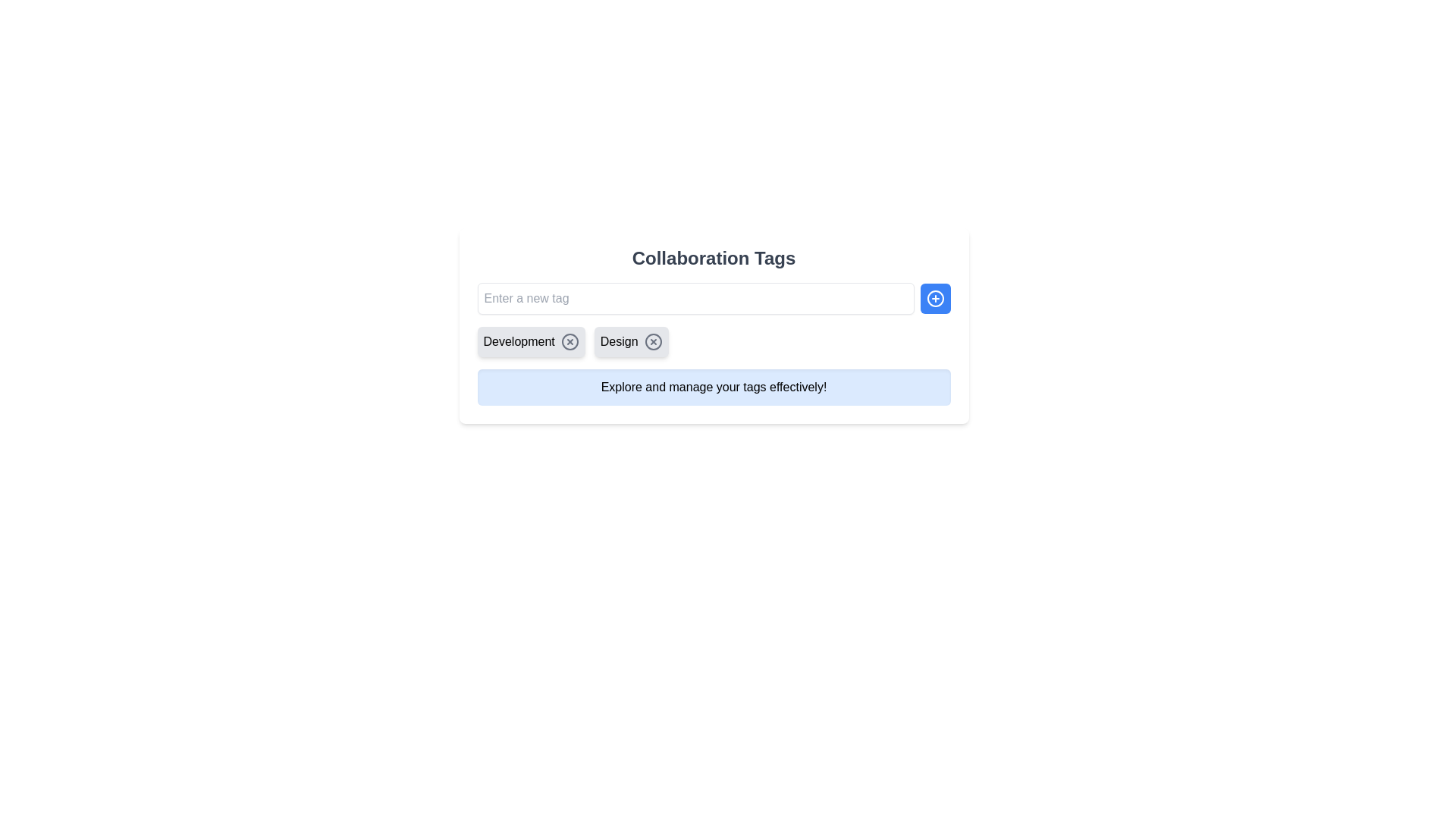  I want to click on the 'x' icon on the 'Development' tag element, so click(531, 342).